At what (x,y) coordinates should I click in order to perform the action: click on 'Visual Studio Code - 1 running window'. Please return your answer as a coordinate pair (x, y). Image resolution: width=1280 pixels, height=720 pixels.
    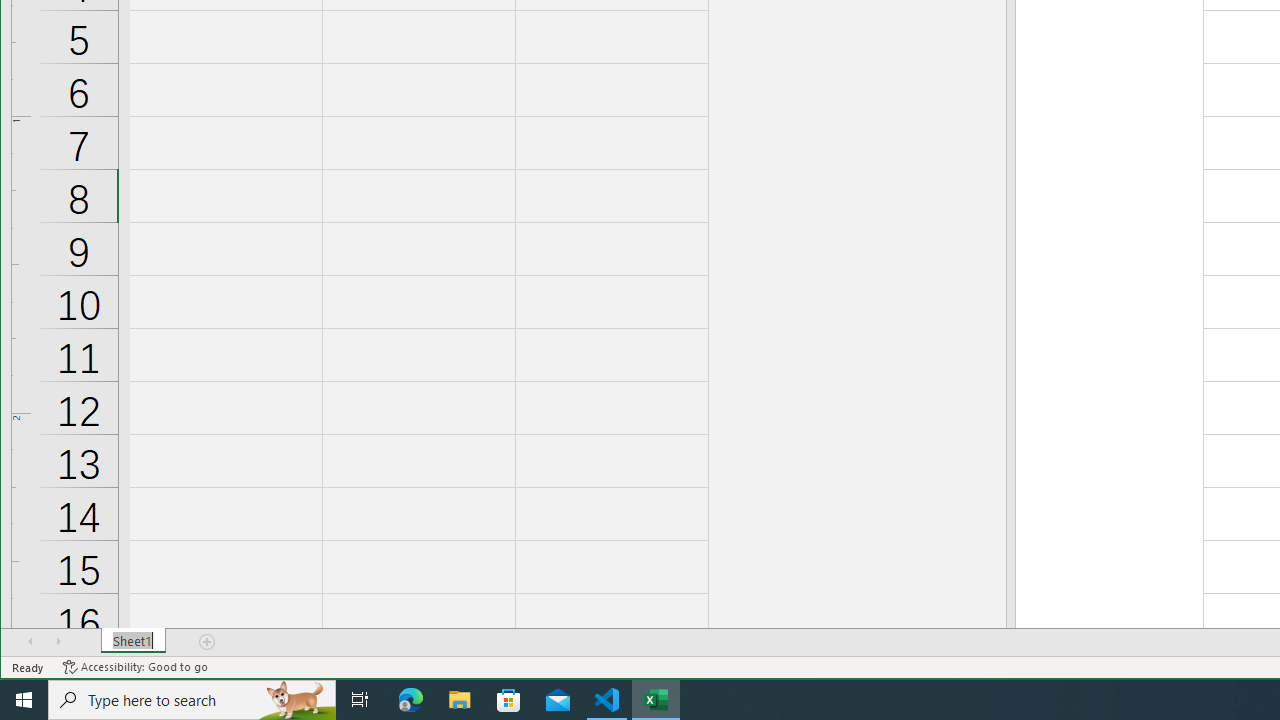
    Looking at the image, I should click on (606, 698).